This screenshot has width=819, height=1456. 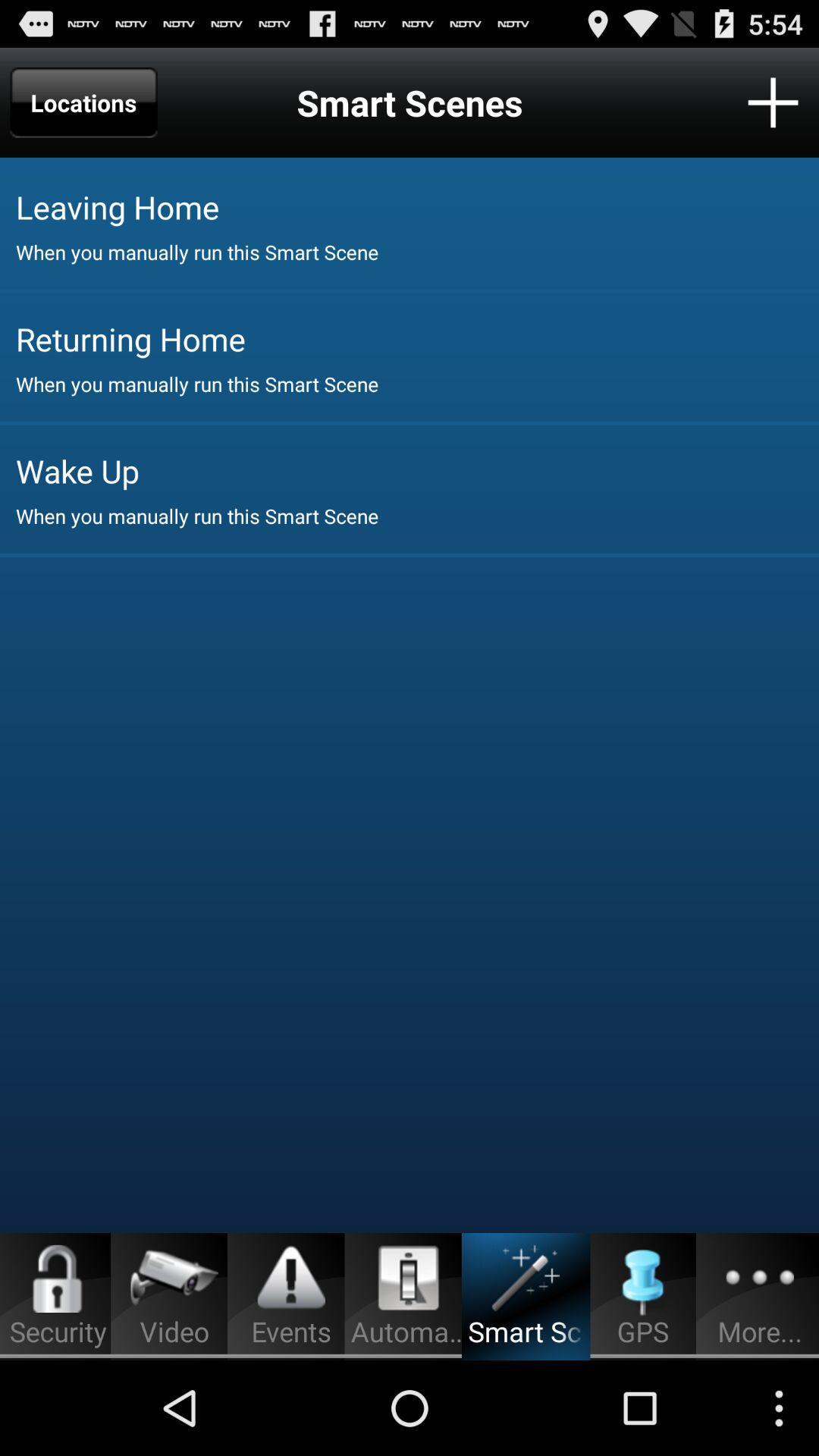 I want to click on wake up icon, so click(x=417, y=469).